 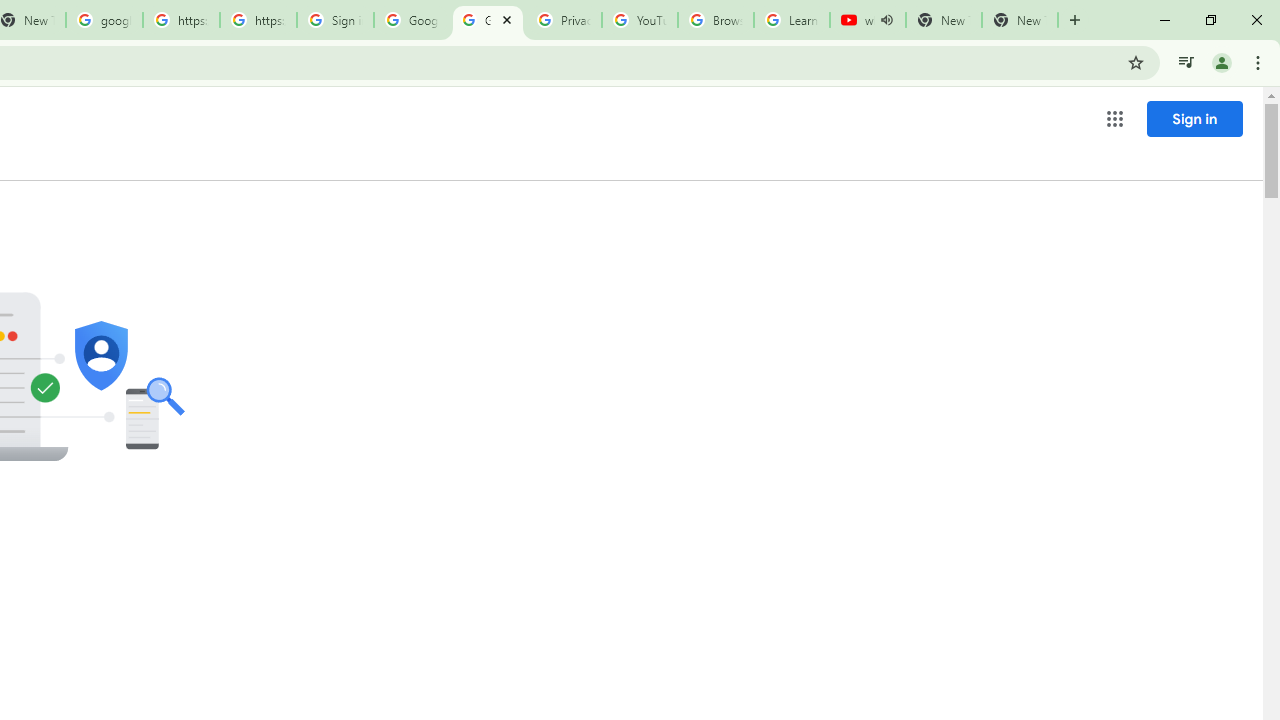 What do you see at coordinates (335, 20) in the screenshot?
I see `'Sign in - Google Accounts'` at bounding box center [335, 20].